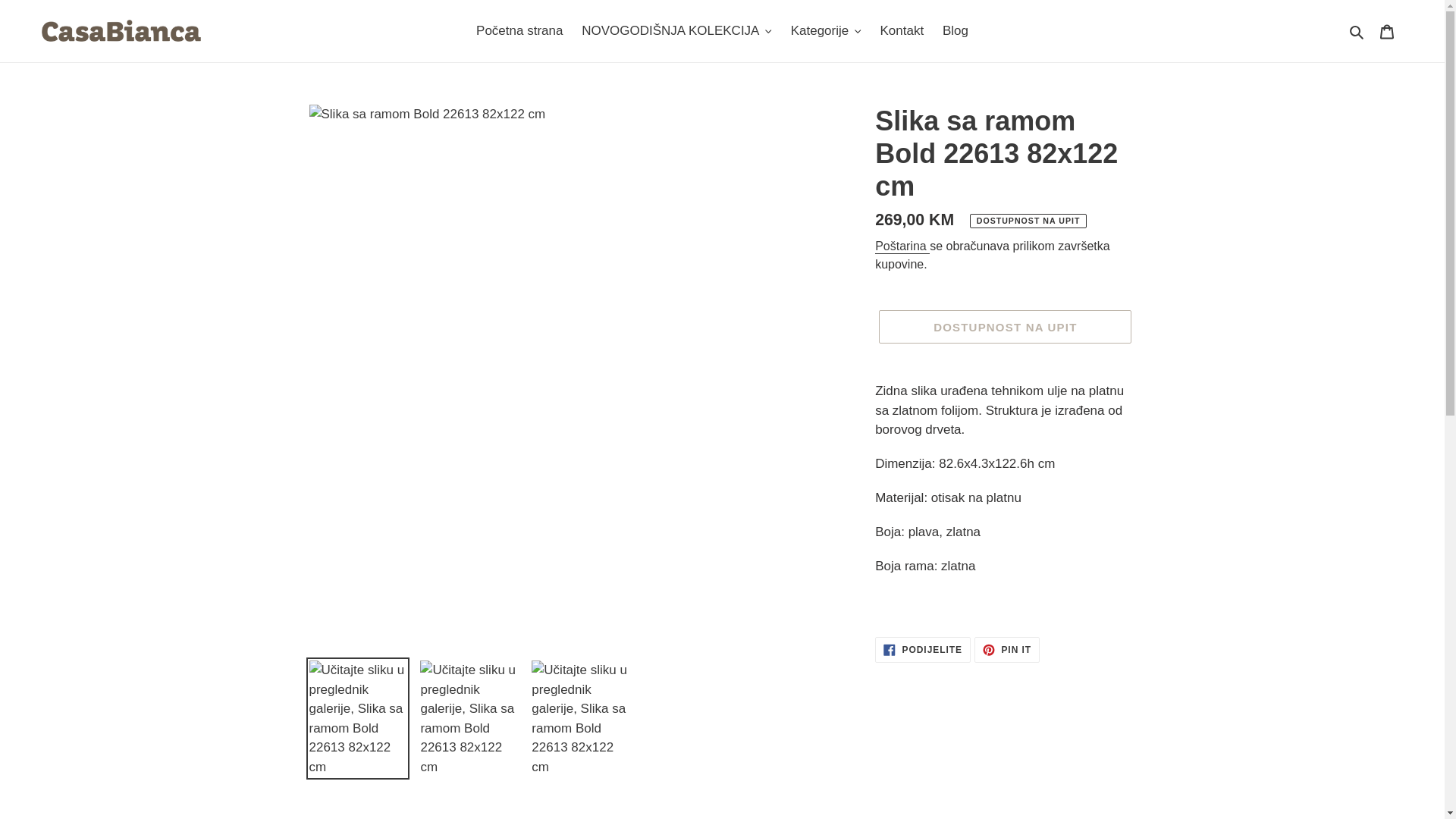 The width and height of the screenshot is (1456, 819). I want to click on 'Kategorije', so click(825, 31).